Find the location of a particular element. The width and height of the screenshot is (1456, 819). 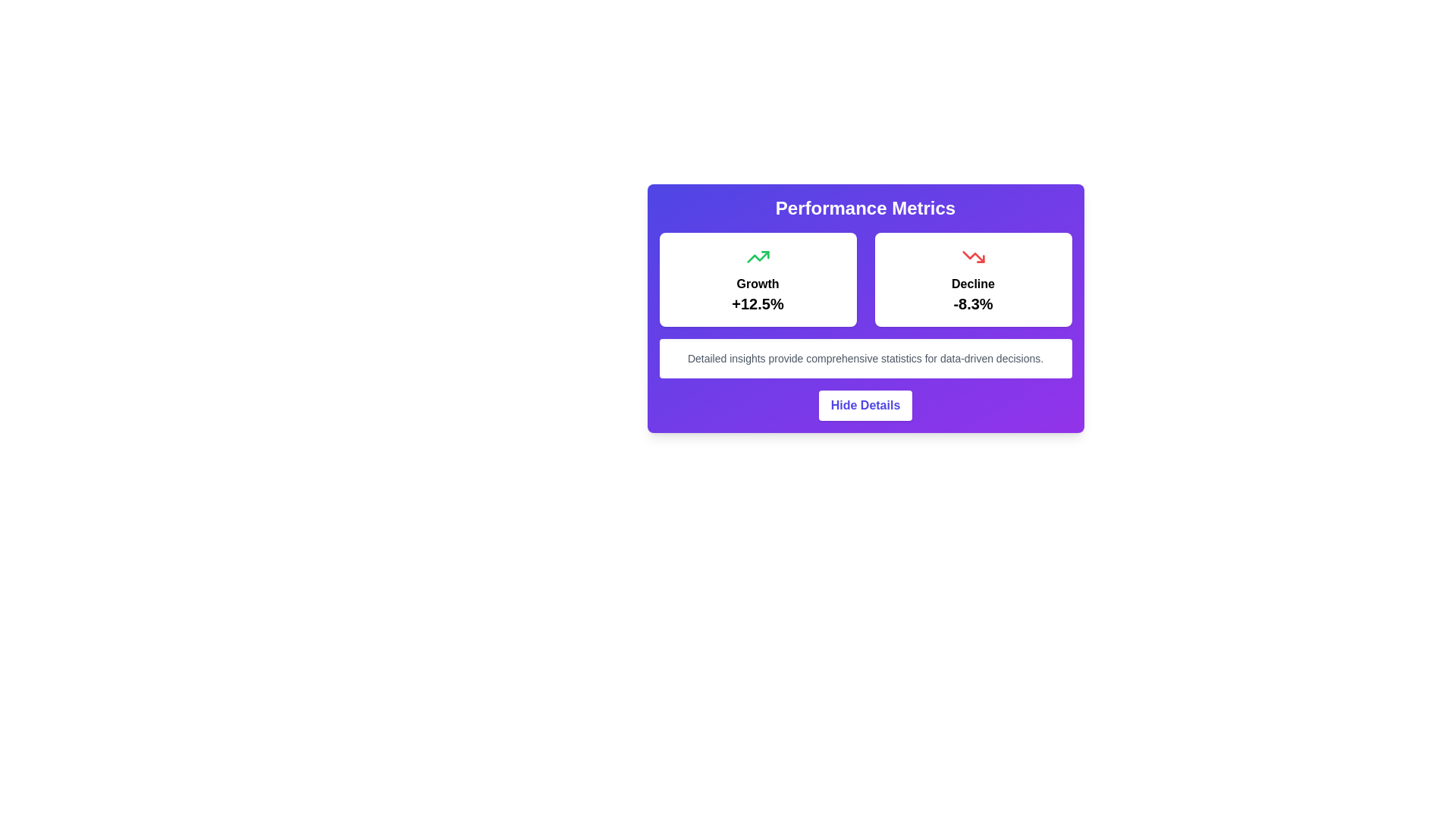

the icon representing trend located in the card containing the text 'Growth +12.5%' under the 'Performance Metrics' section is located at coordinates (758, 256).